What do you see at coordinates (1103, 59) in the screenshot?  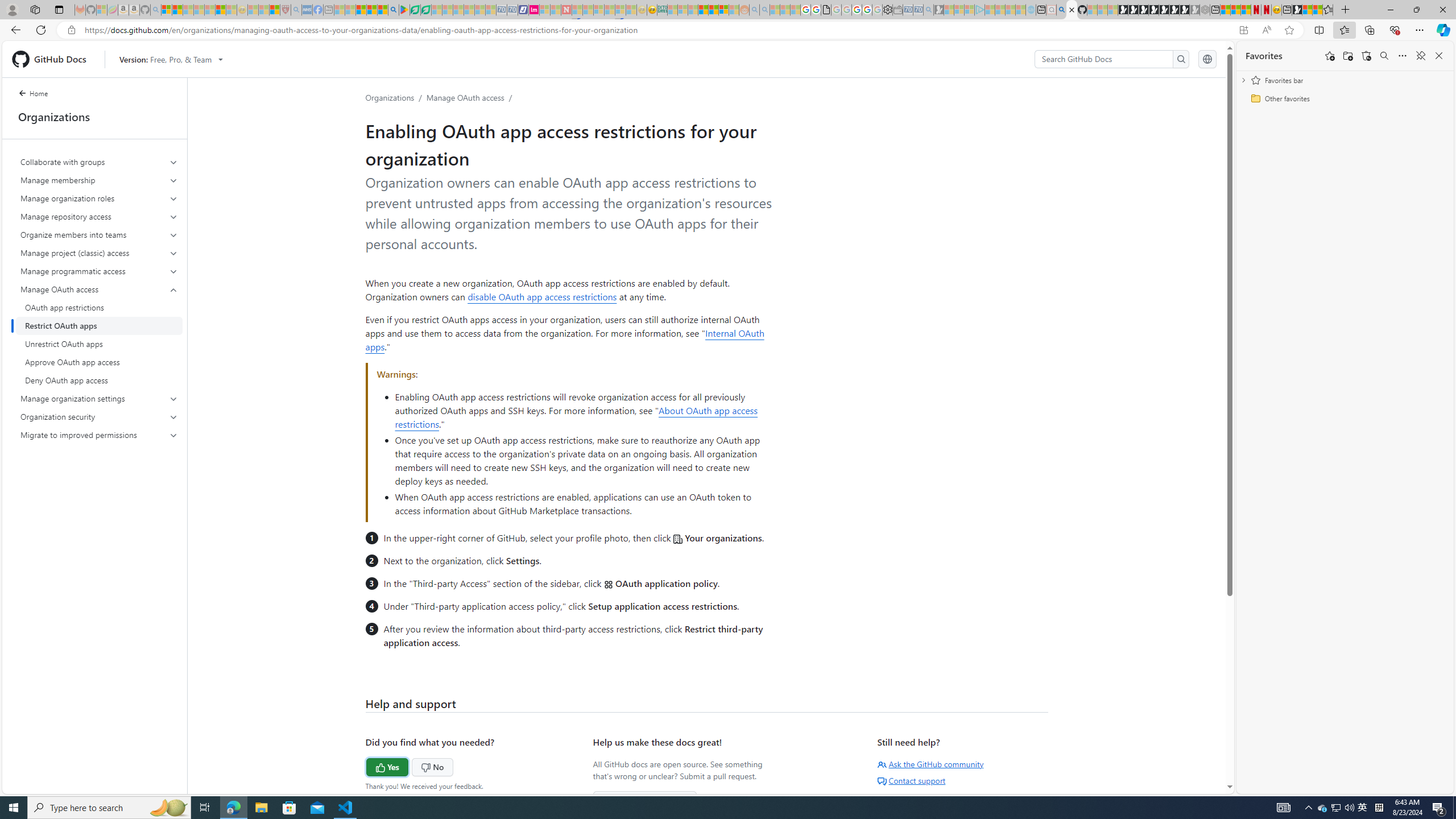 I see `'Search GitHub Docs'` at bounding box center [1103, 59].